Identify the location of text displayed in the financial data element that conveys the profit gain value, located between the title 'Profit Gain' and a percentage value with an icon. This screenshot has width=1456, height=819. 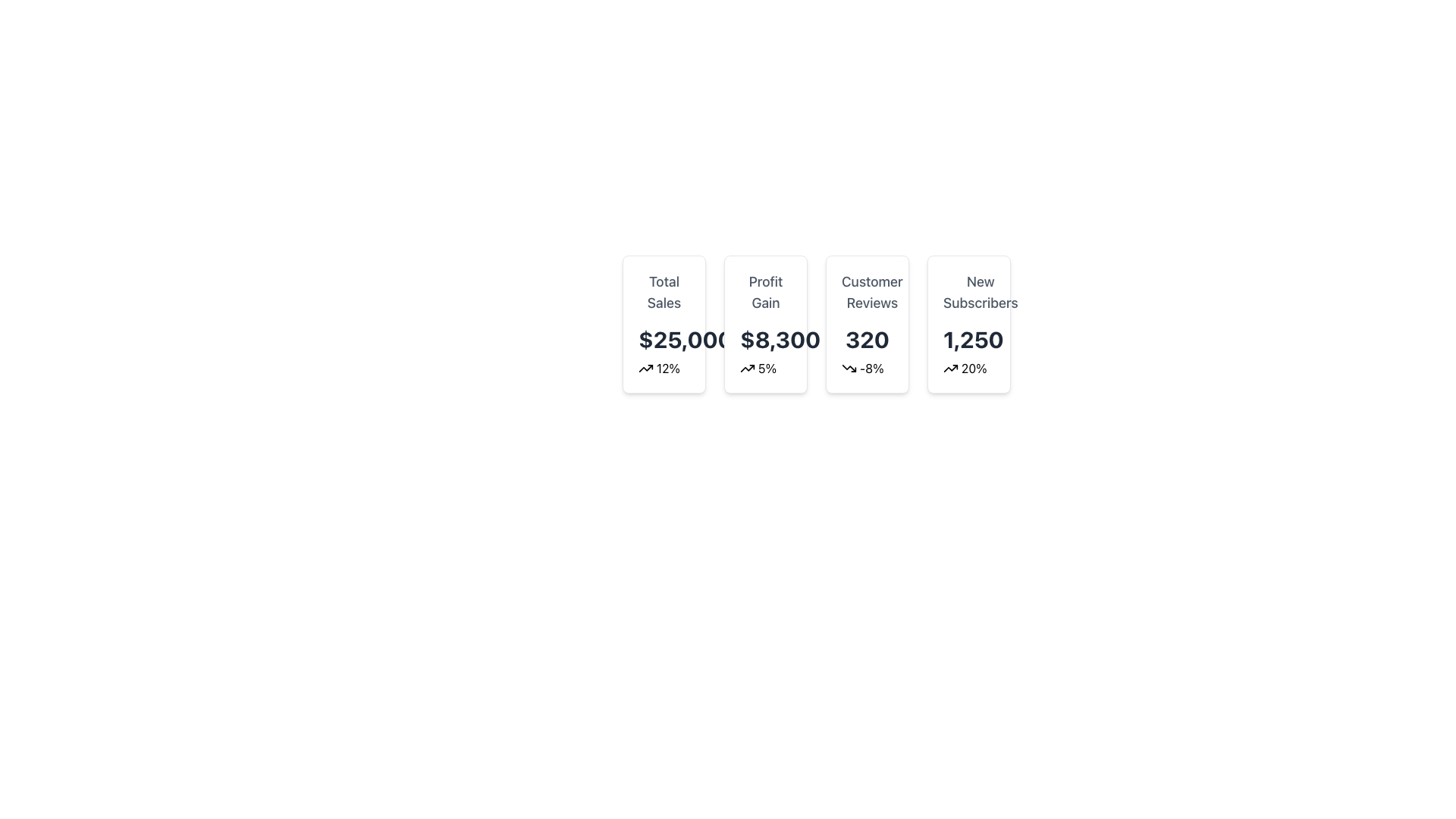
(765, 338).